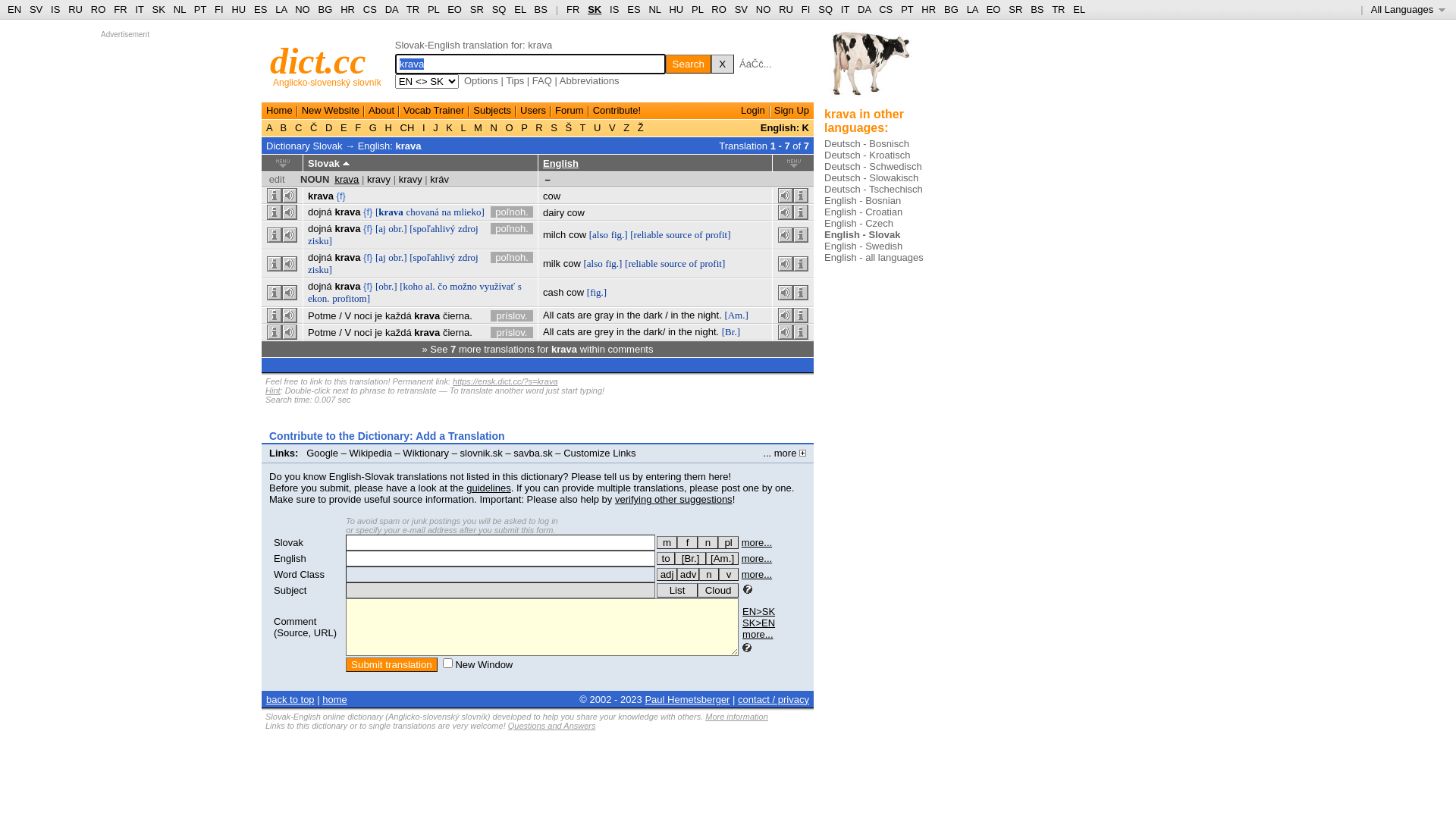 Image resolution: width=1456 pixels, height=819 pixels. What do you see at coordinates (532, 452) in the screenshot?
I see `'savba.sk'` at bounding box center [532, 452].